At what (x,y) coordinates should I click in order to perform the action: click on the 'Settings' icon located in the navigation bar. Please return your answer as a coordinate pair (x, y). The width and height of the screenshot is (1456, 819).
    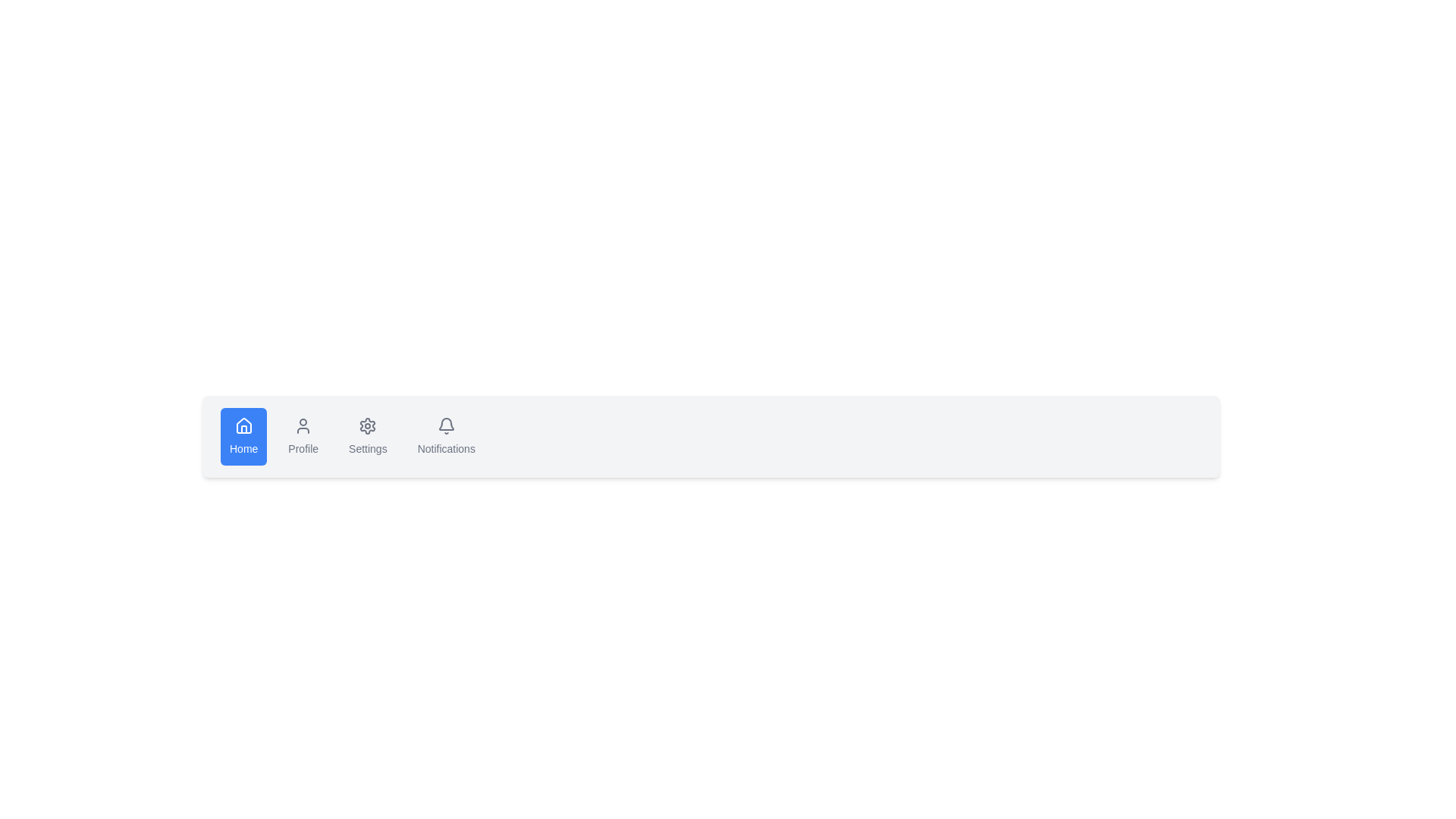
    Looking at the image, I should click on (367, 426).